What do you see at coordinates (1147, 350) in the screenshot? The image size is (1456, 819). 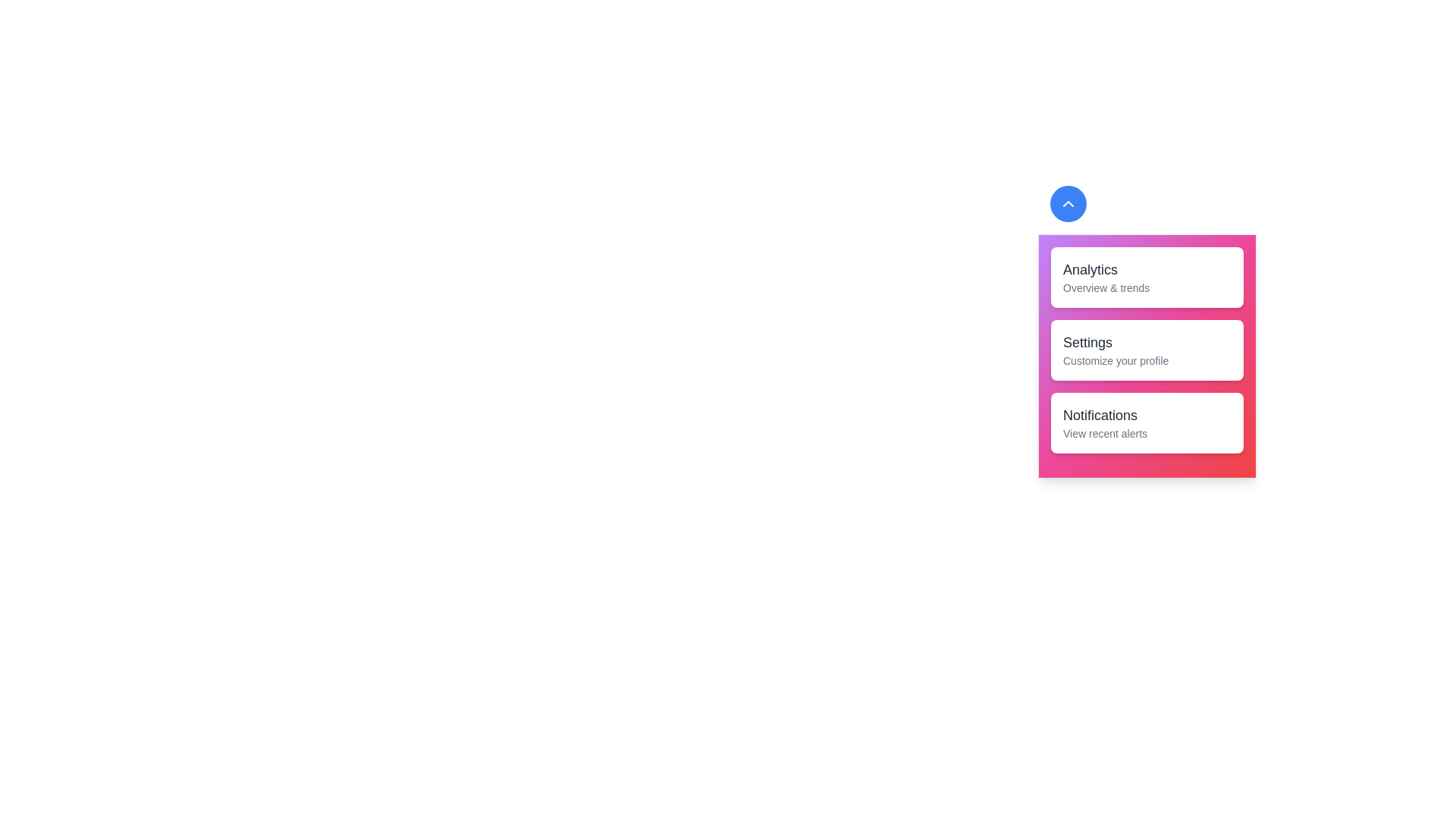 I see `the category card labeled 'Settings' to observe its hover effect` at bounding box center [1147, 350].